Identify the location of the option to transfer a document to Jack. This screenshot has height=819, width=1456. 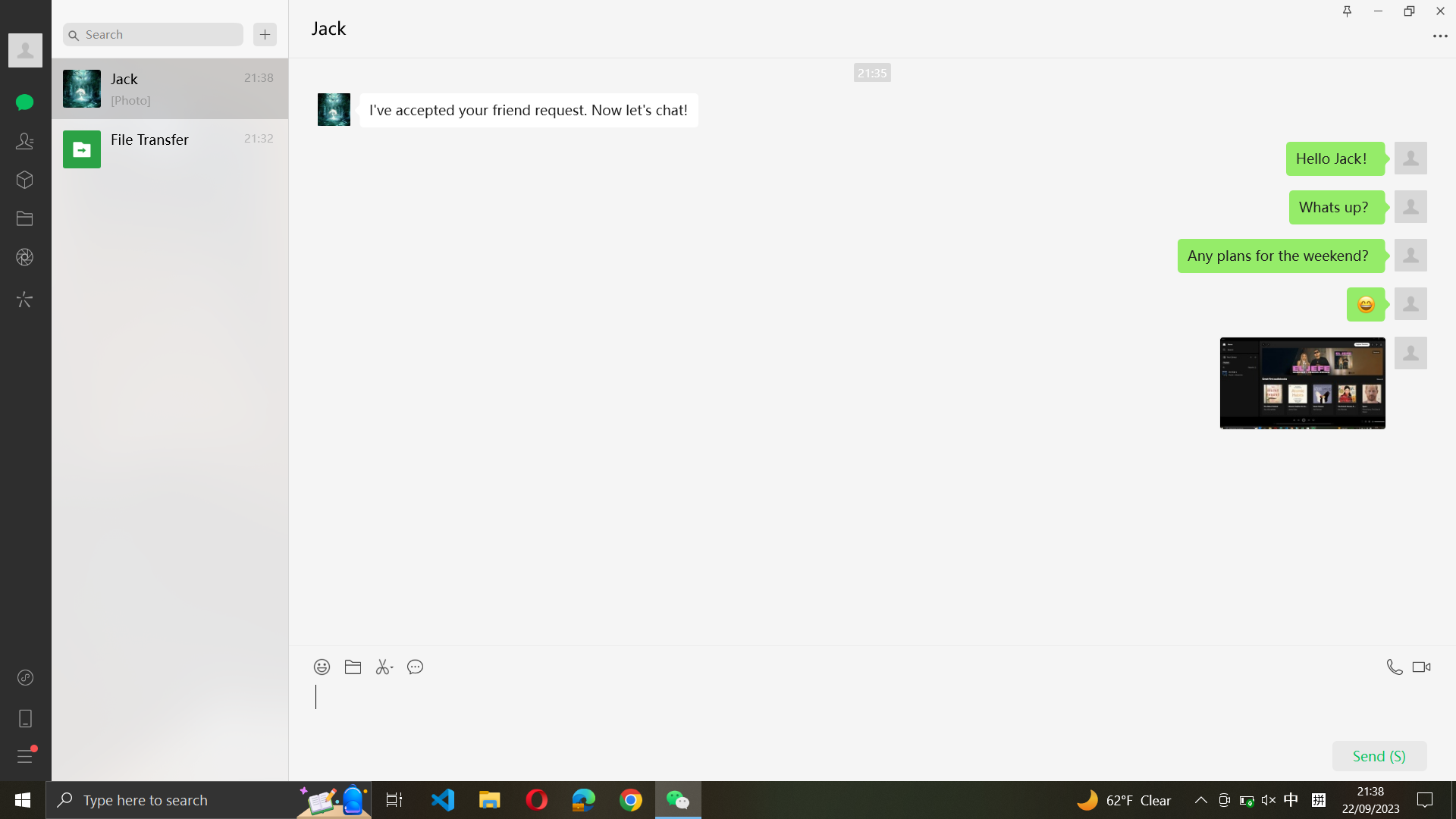
(353, 663).